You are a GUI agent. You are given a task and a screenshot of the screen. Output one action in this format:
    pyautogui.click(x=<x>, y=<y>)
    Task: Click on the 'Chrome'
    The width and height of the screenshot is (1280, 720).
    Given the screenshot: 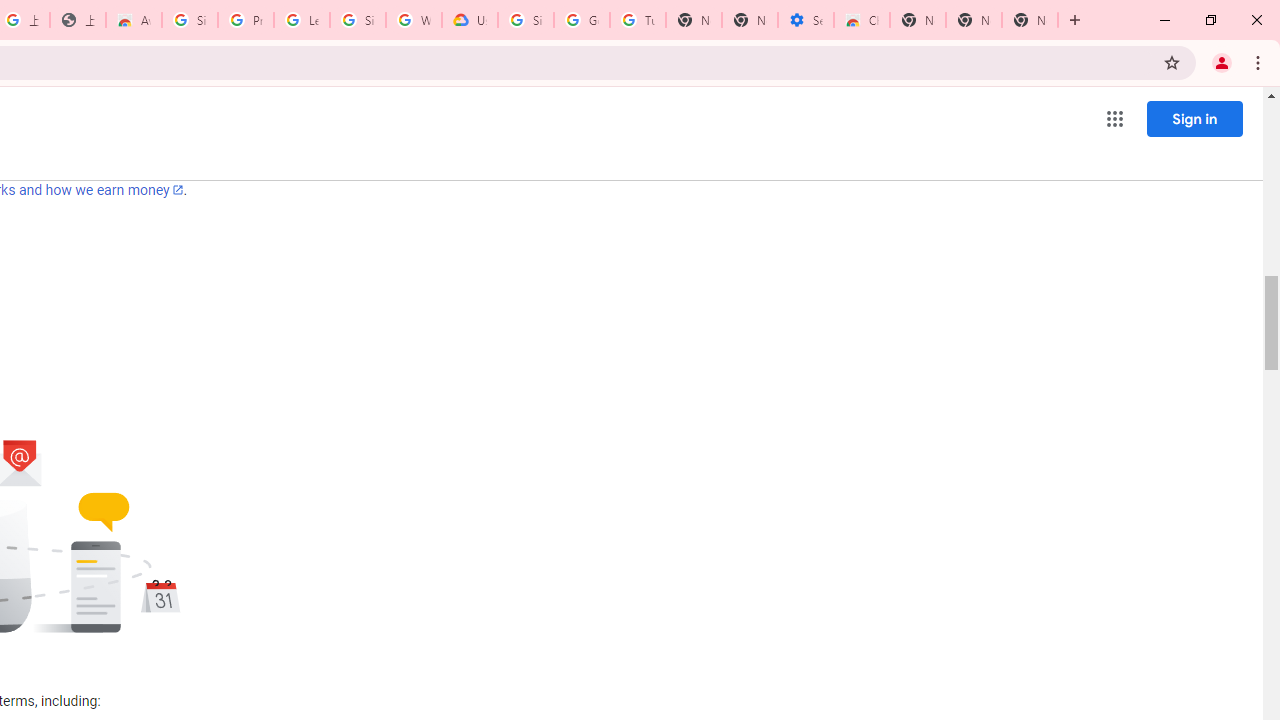 What is the action you would take?
    pyautogui.click(x=1259, y=61)
    